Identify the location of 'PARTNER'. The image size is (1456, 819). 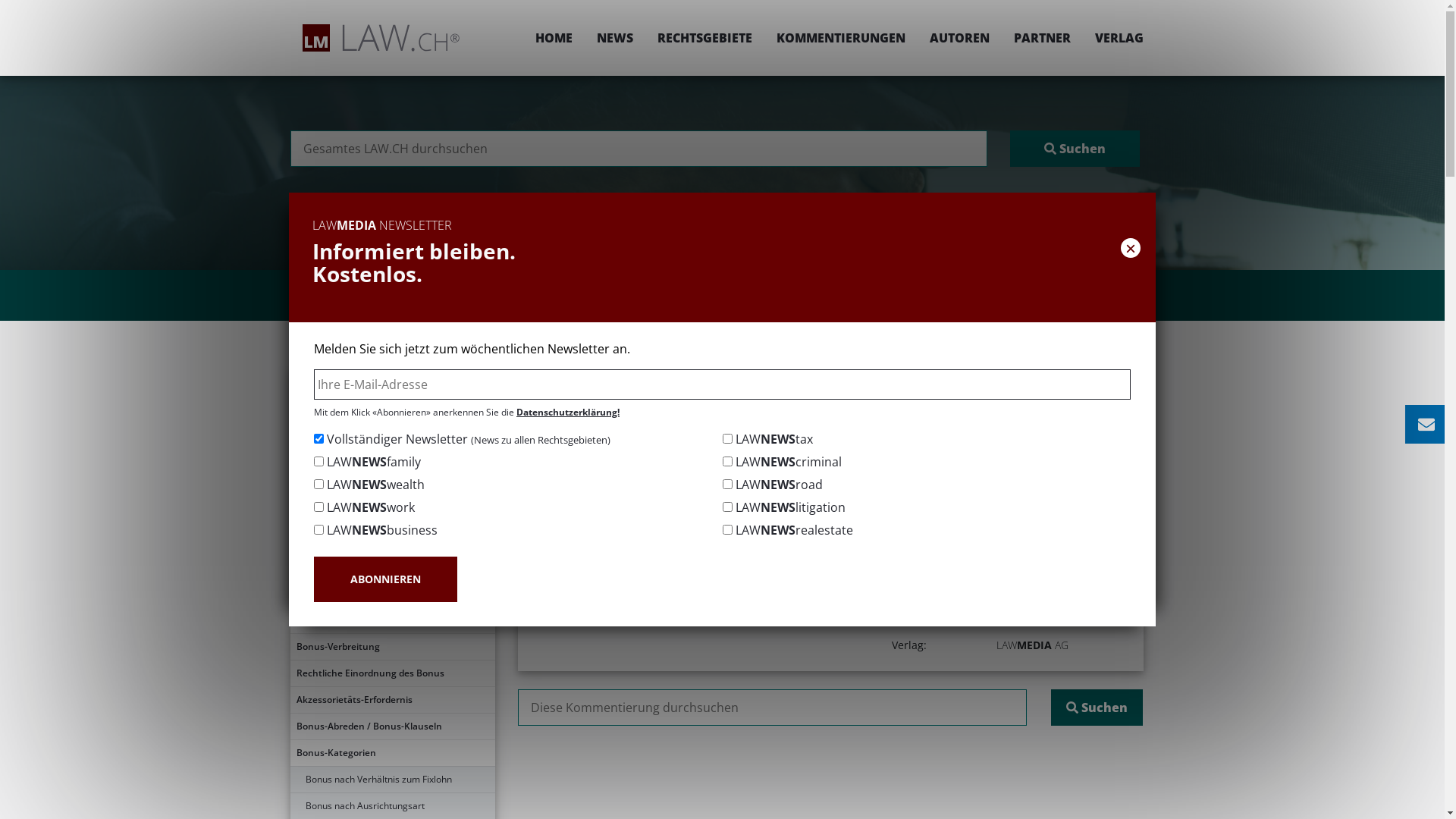
(1040, 37).